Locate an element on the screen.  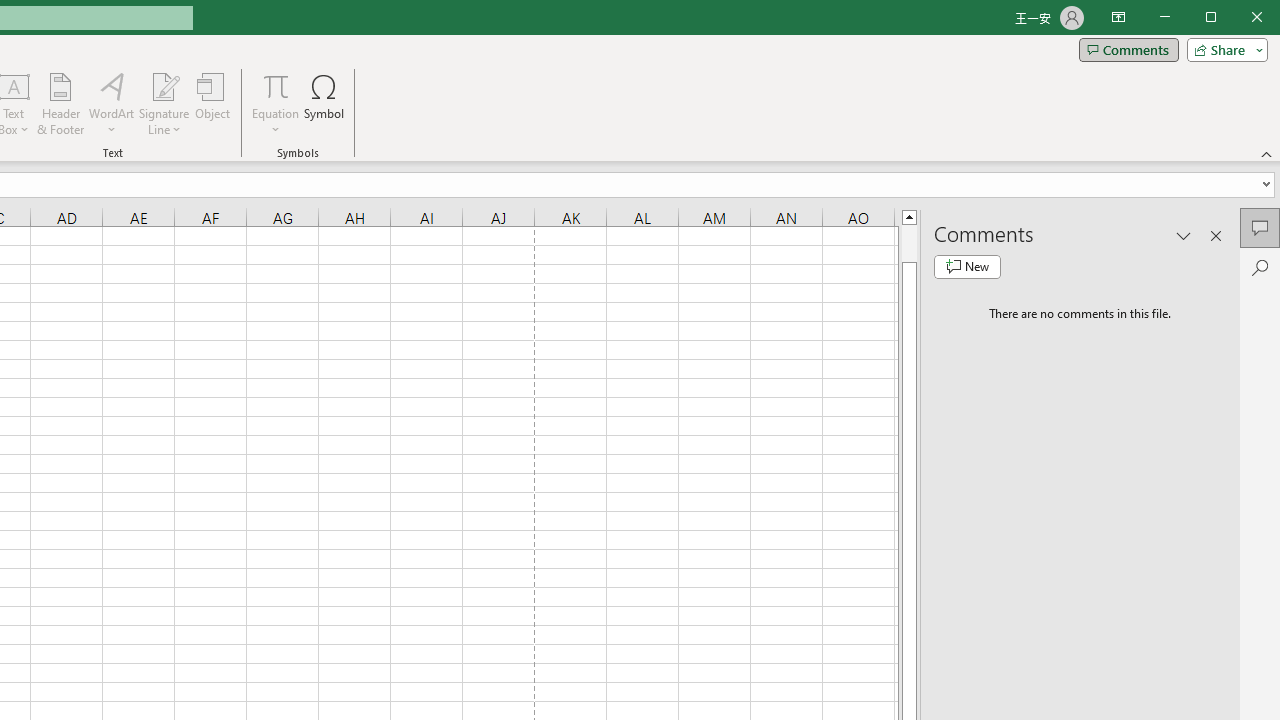
'Ribbon Display Options' is located at coordinates (1117, 18).